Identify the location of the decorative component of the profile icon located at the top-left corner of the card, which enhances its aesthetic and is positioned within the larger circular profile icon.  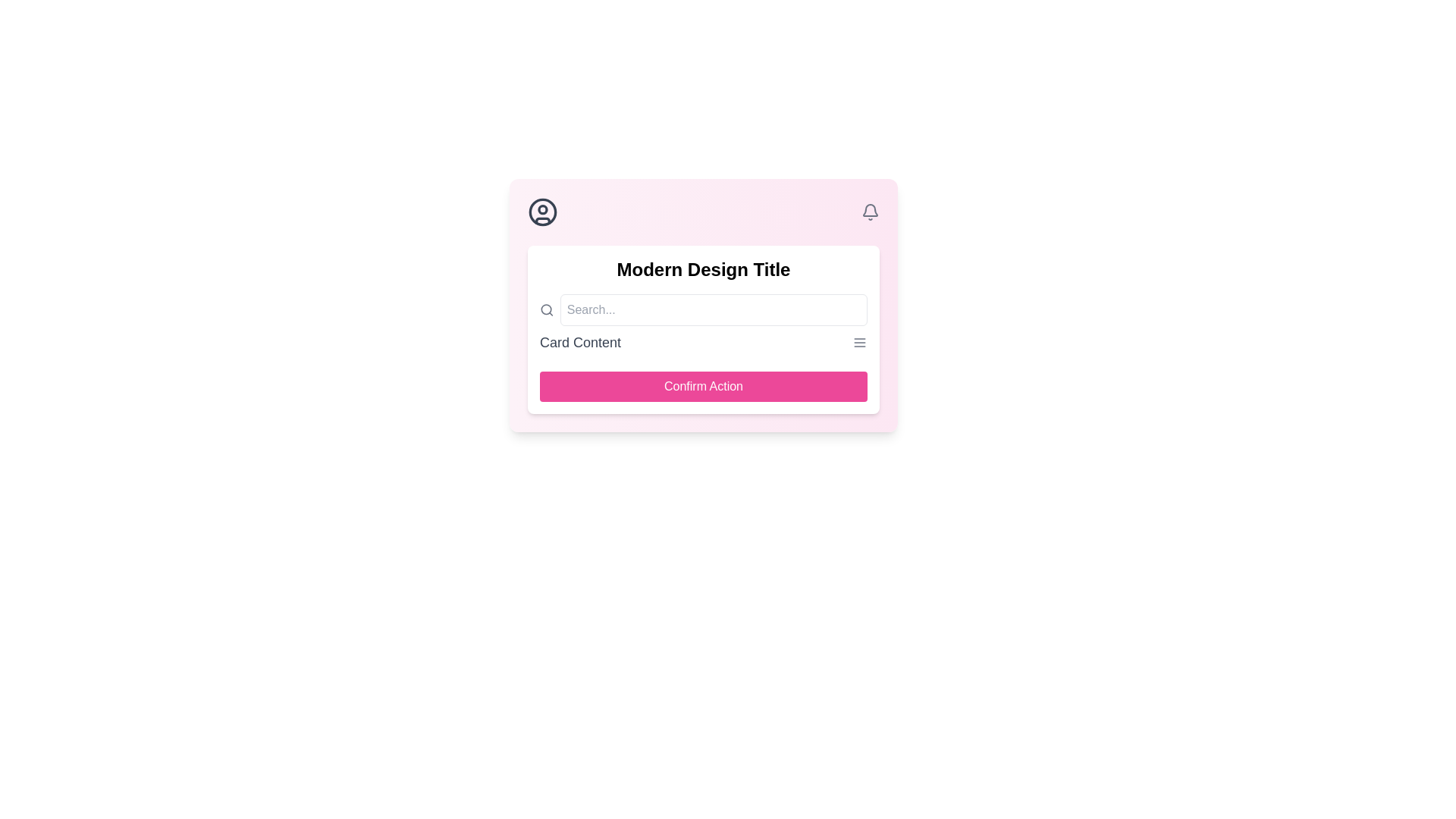
(542, 209).